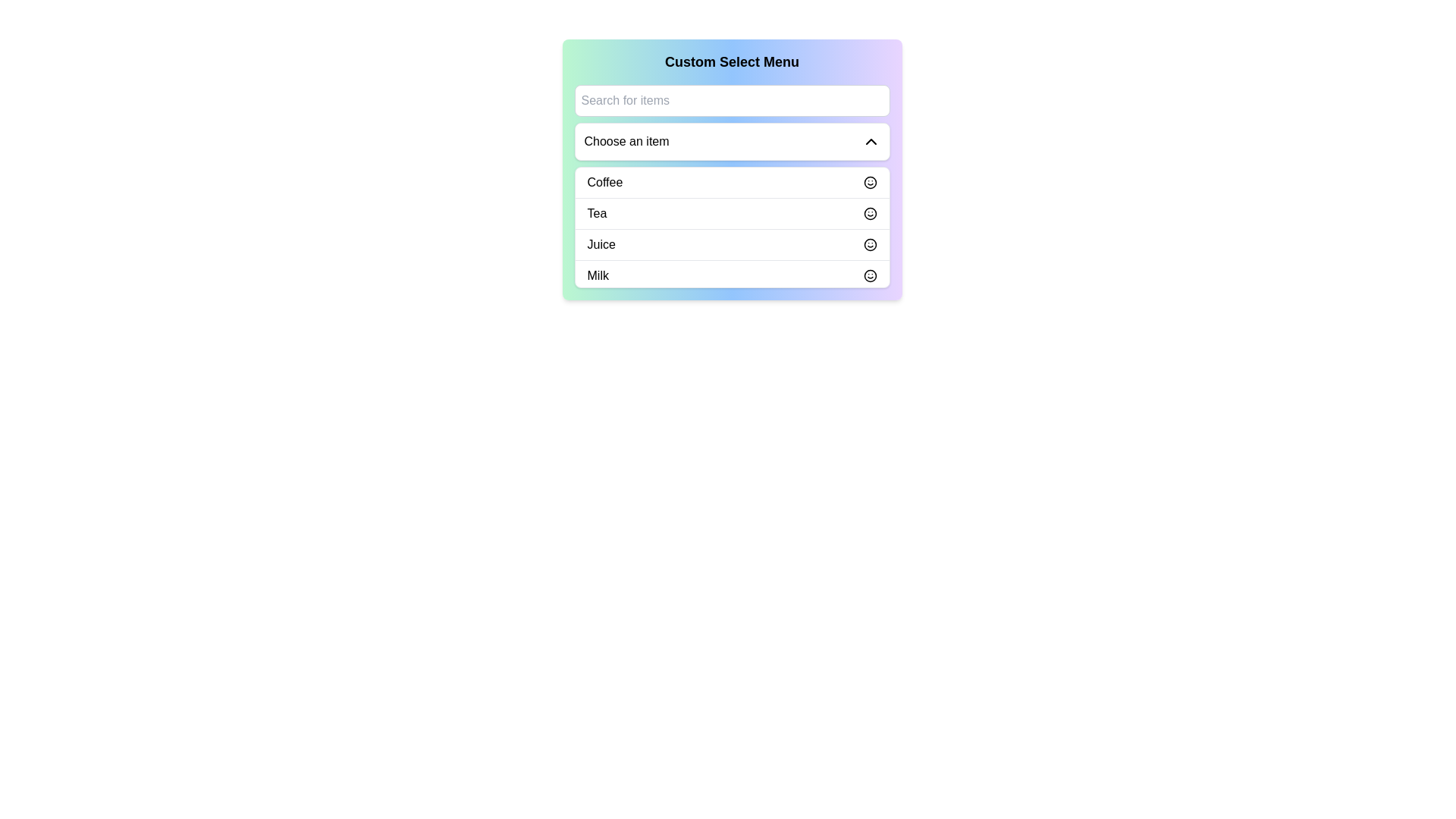  What do you see at coordinates (870, 275) in the screenshot?
I see `the circular smiley face icon located at the far-right side of the 'Milk' list item in the dropdown menu` at bounding box center [870, 275].